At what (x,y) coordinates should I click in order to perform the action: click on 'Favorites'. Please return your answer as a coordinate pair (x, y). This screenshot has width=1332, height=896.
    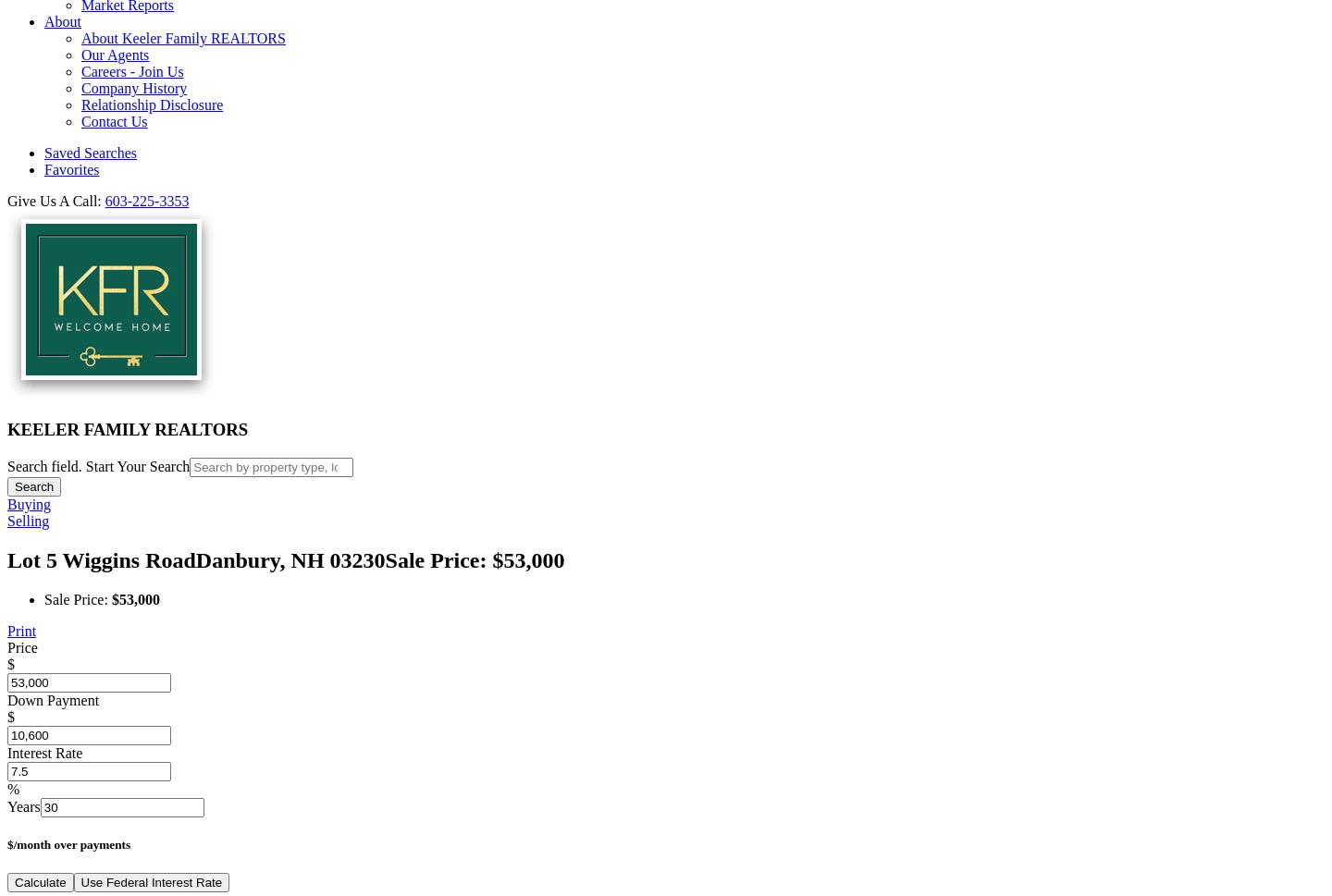
    Looking at the image, I should click on (43, 169).